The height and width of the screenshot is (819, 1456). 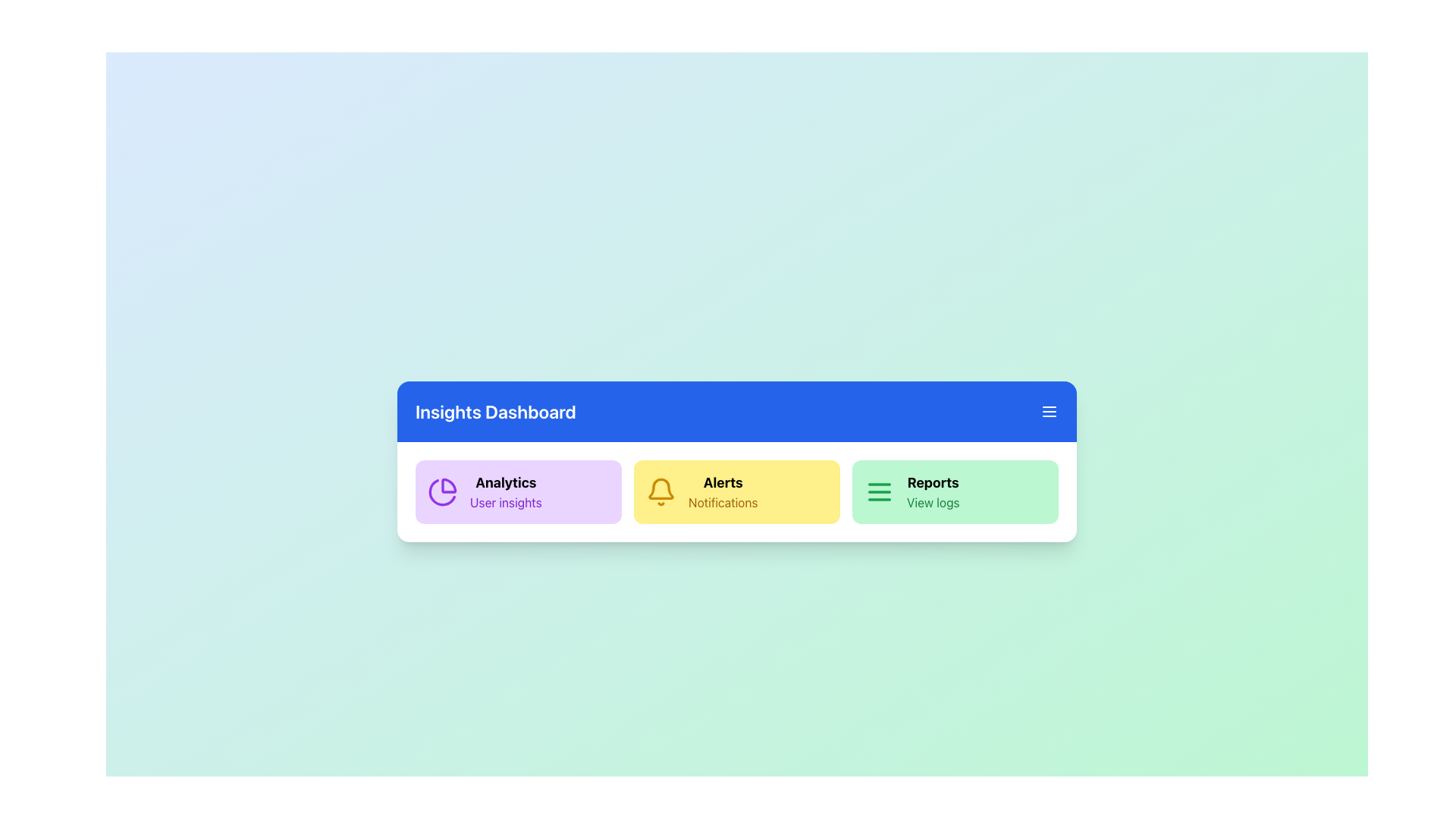 I want to click on the alerts icon which indicates the presence of notifications in the yellow card at the center of the dashboard interface, so click(x=661, y=488).